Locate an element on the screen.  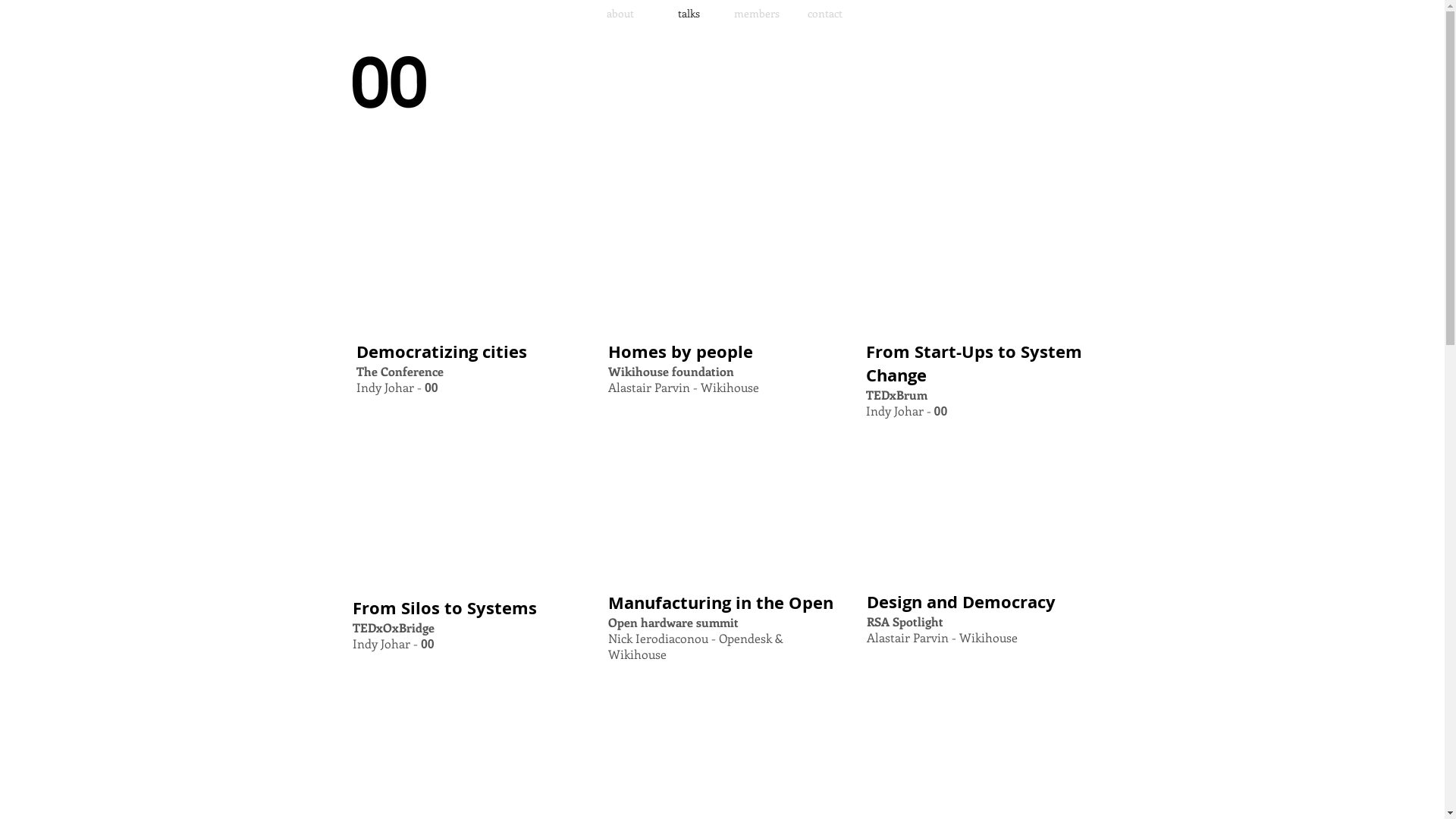
'contact' is located at coordinates (824, 14).